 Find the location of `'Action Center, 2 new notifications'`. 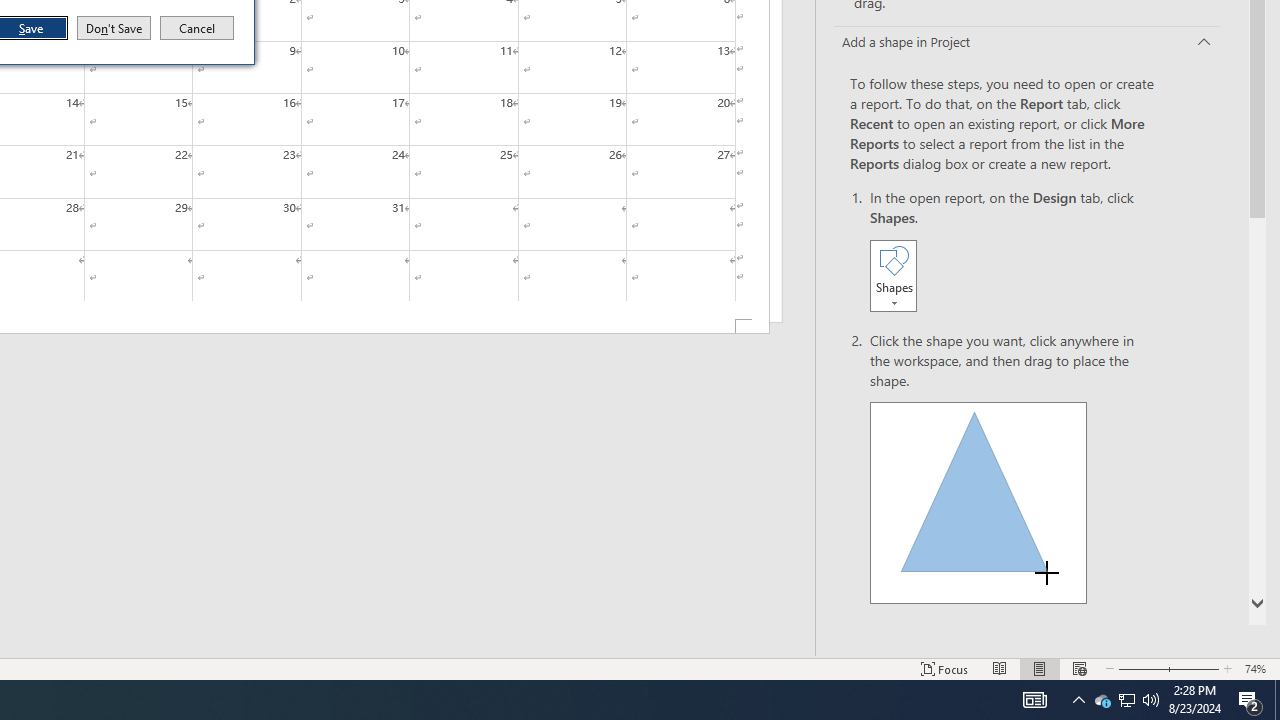

'Action Center, 2 new notifications' is located at coordinates (1250, 698).